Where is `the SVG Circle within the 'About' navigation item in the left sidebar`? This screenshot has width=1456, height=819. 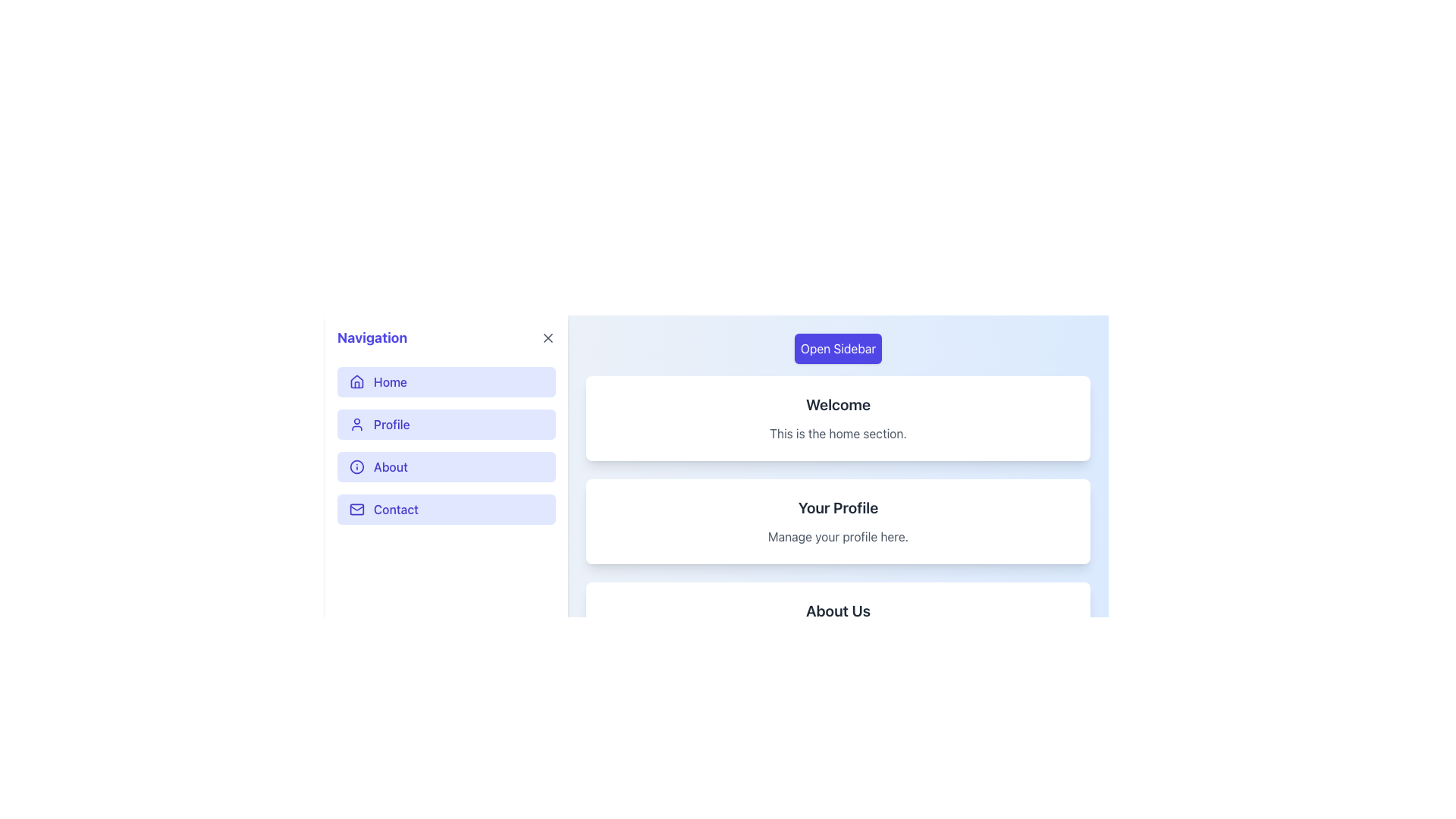 the SVG Circle within the 'About' navigation item in the left sidebar is located at coordinates (356, 466).